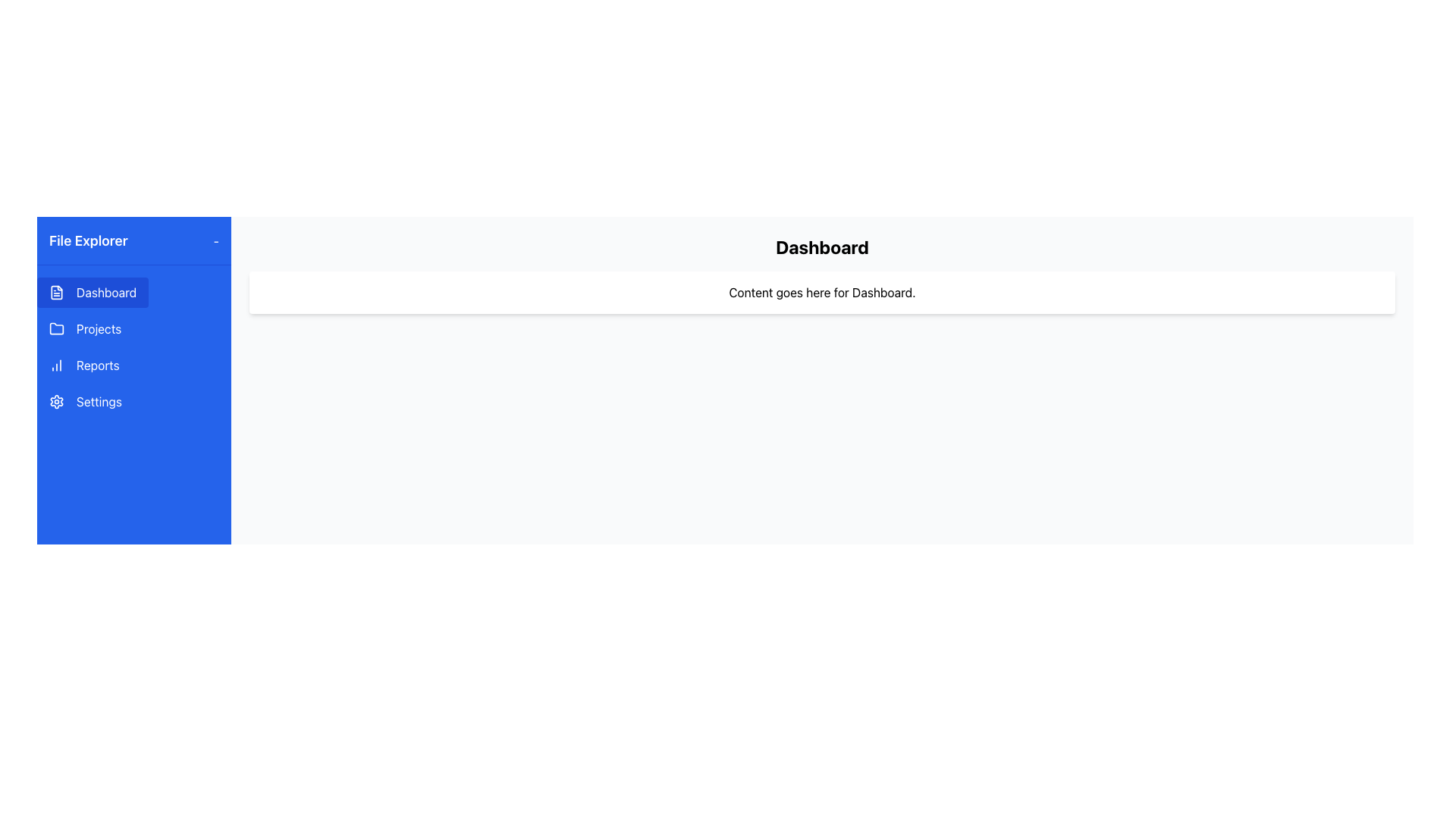 This screenshot has height=819, width=1456. What do you see at coordinates (83, 366) in the screenshot?
I see `the 'Reports' navigation button, which is the third item in the vertical navigation list on the left sidebar, located between 'Projects' and 'Settings'` at bounding box center [83, 366].